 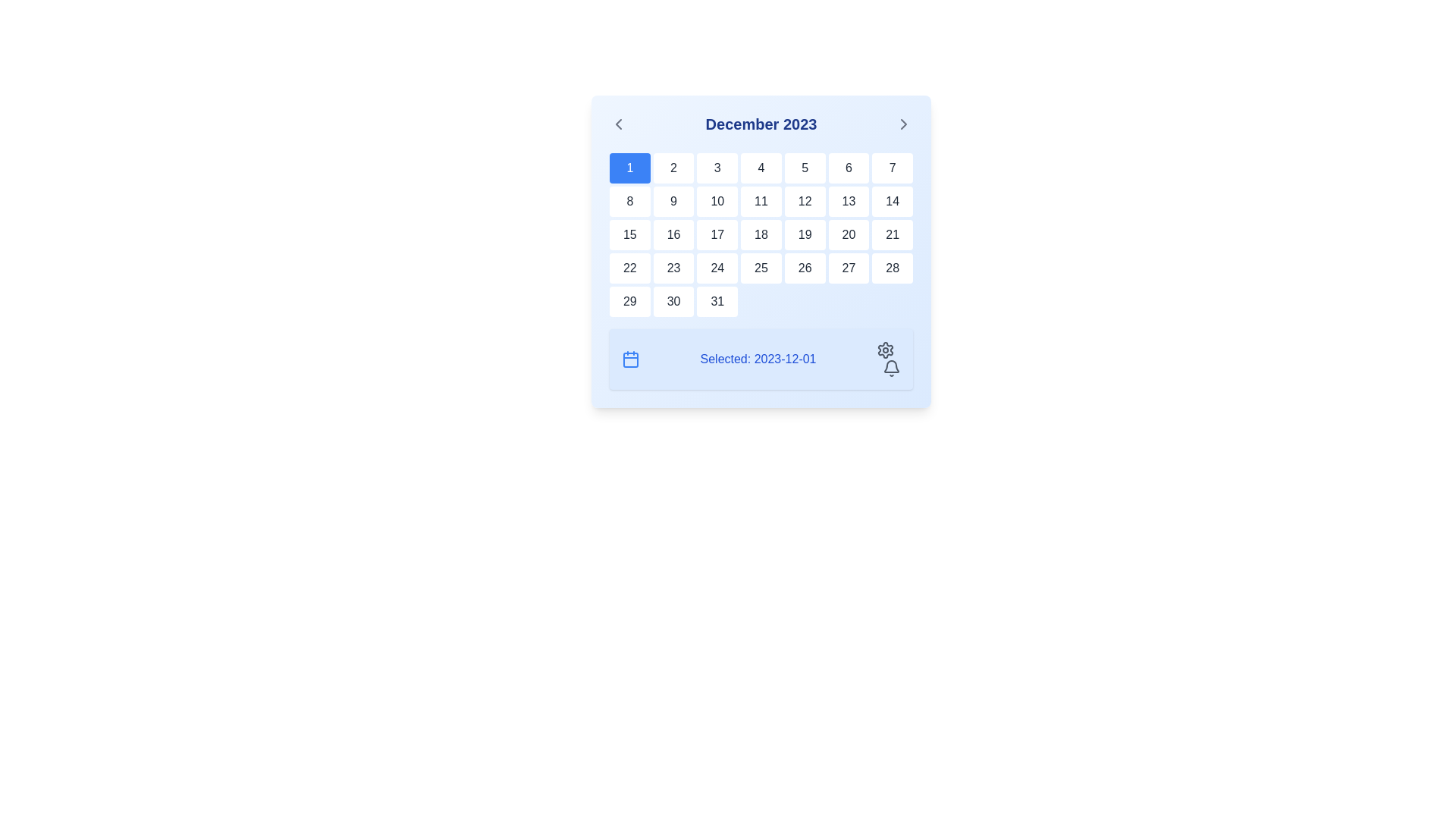 I want to click on the calendar icon, which is positioned near the bottom section of the interface, to the left of the text displaying 'Selected: 2023-12-01', so click(x=630, y=359).